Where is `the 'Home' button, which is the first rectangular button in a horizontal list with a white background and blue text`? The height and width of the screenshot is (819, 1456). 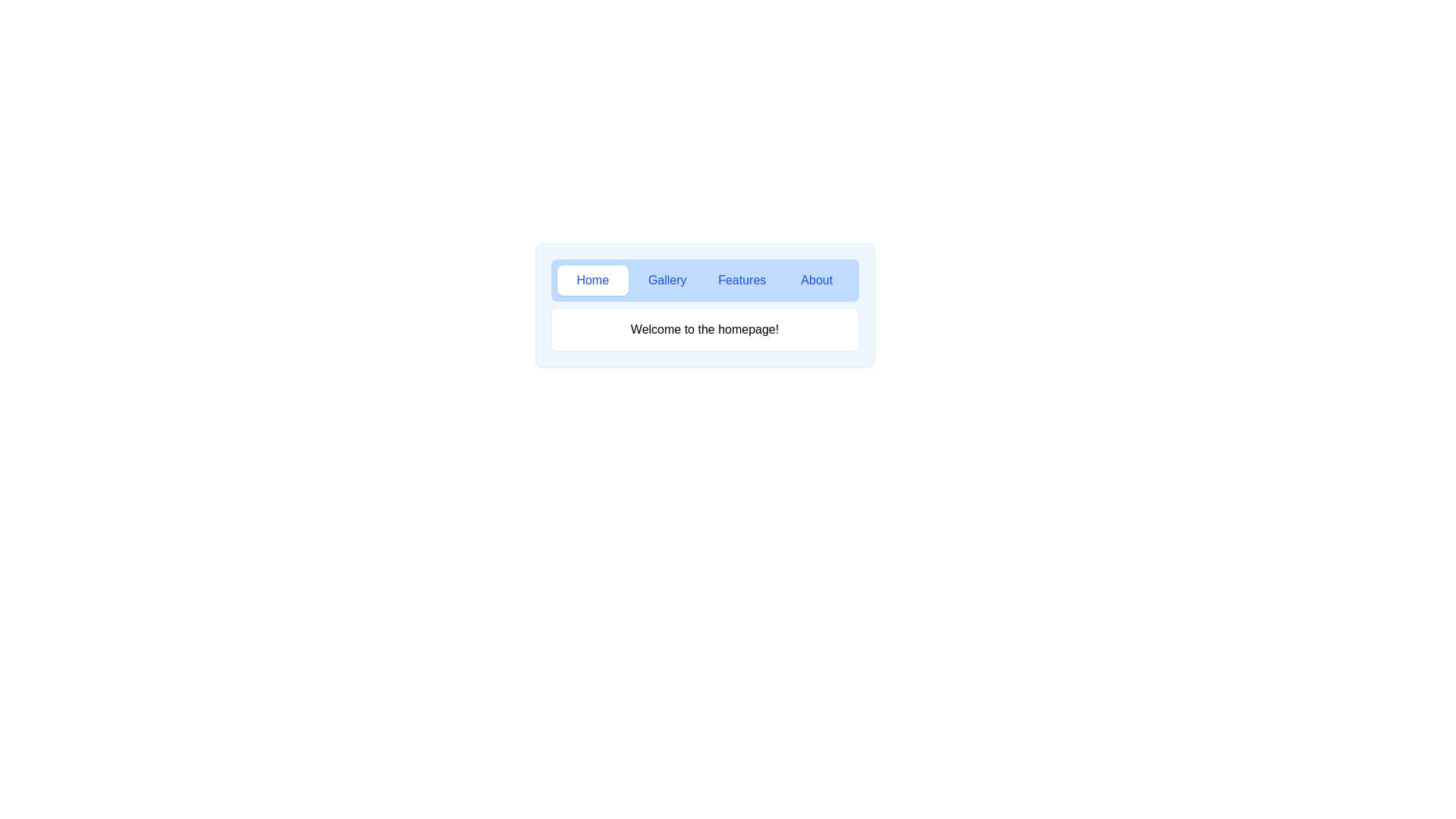
the 'Home' button, which is the first rectangular button in a horizontal list with a white background and blue text is located at coordinates (591, 281).